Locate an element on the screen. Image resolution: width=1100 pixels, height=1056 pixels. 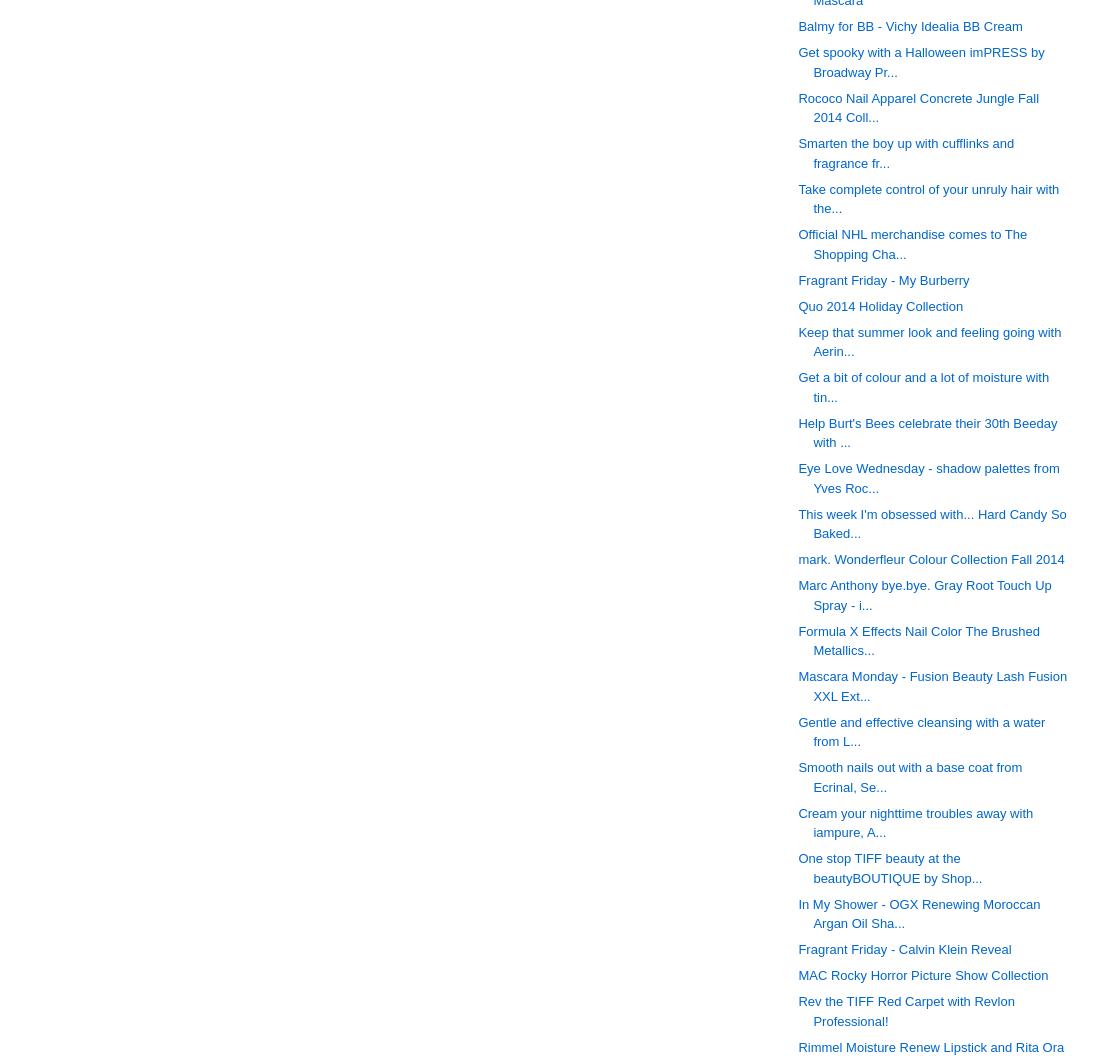
'Formula X Effects Nail Color The Brushed Metallics...' is located at coordinates (918, 639).